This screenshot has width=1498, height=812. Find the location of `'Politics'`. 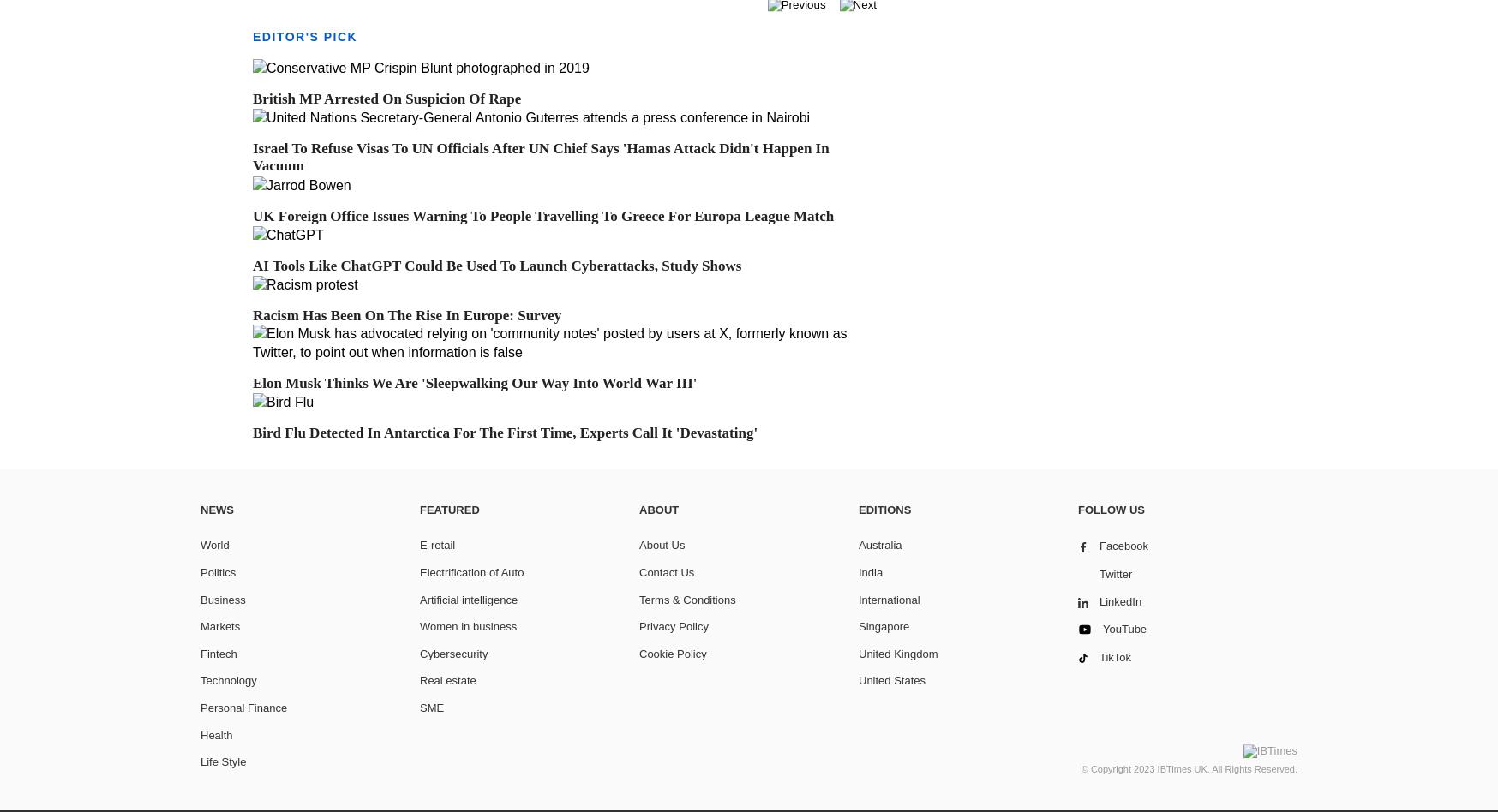

'Politics' is located at coordinates (218, 571).